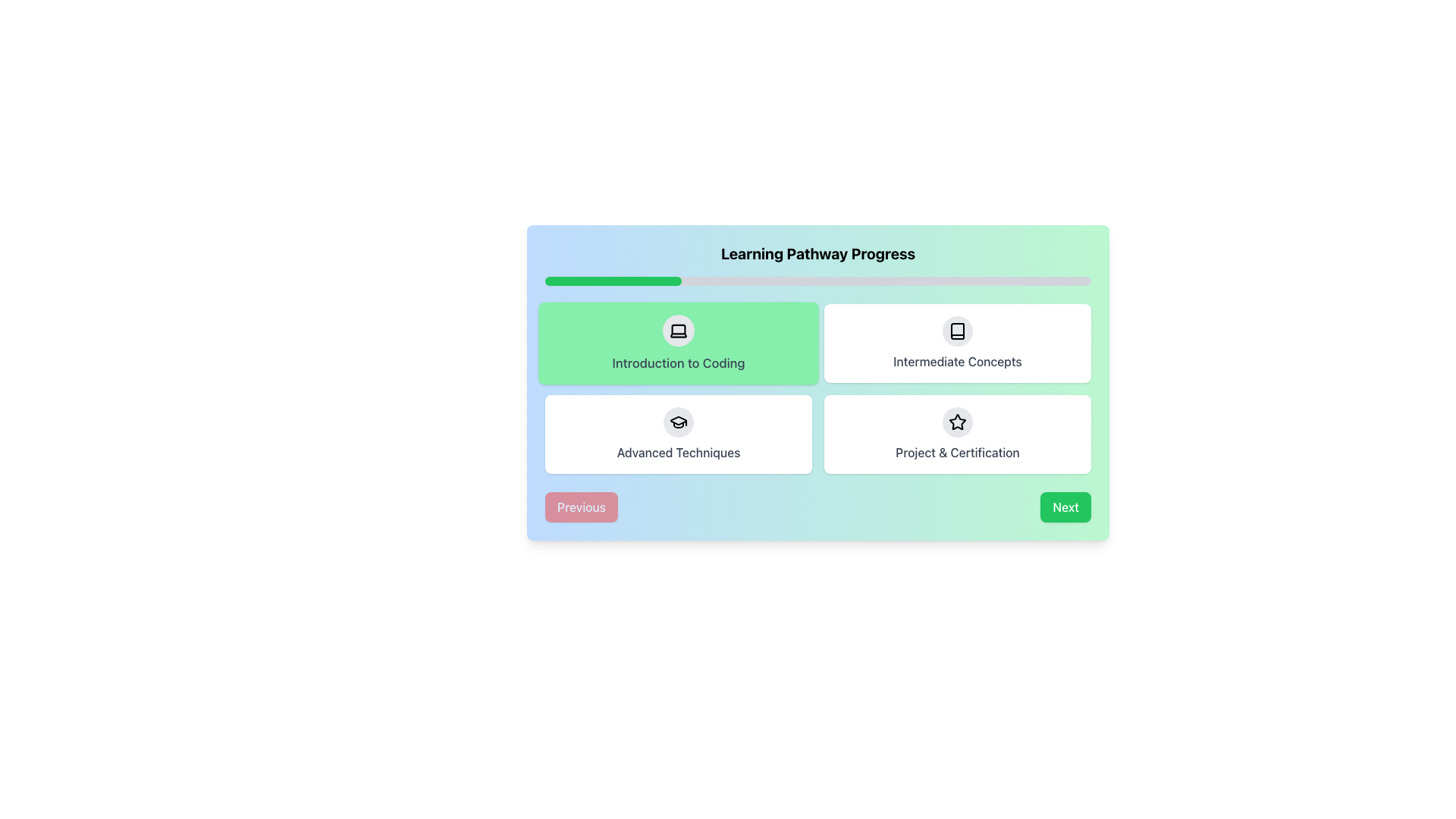 This screenshot has height=819, width=1456. I want to click on the star-shaped icon within the light gray circular background, located in the bottom-right quadrant of the interface, representing the 'Project & Certification' section, so click(956, 422).